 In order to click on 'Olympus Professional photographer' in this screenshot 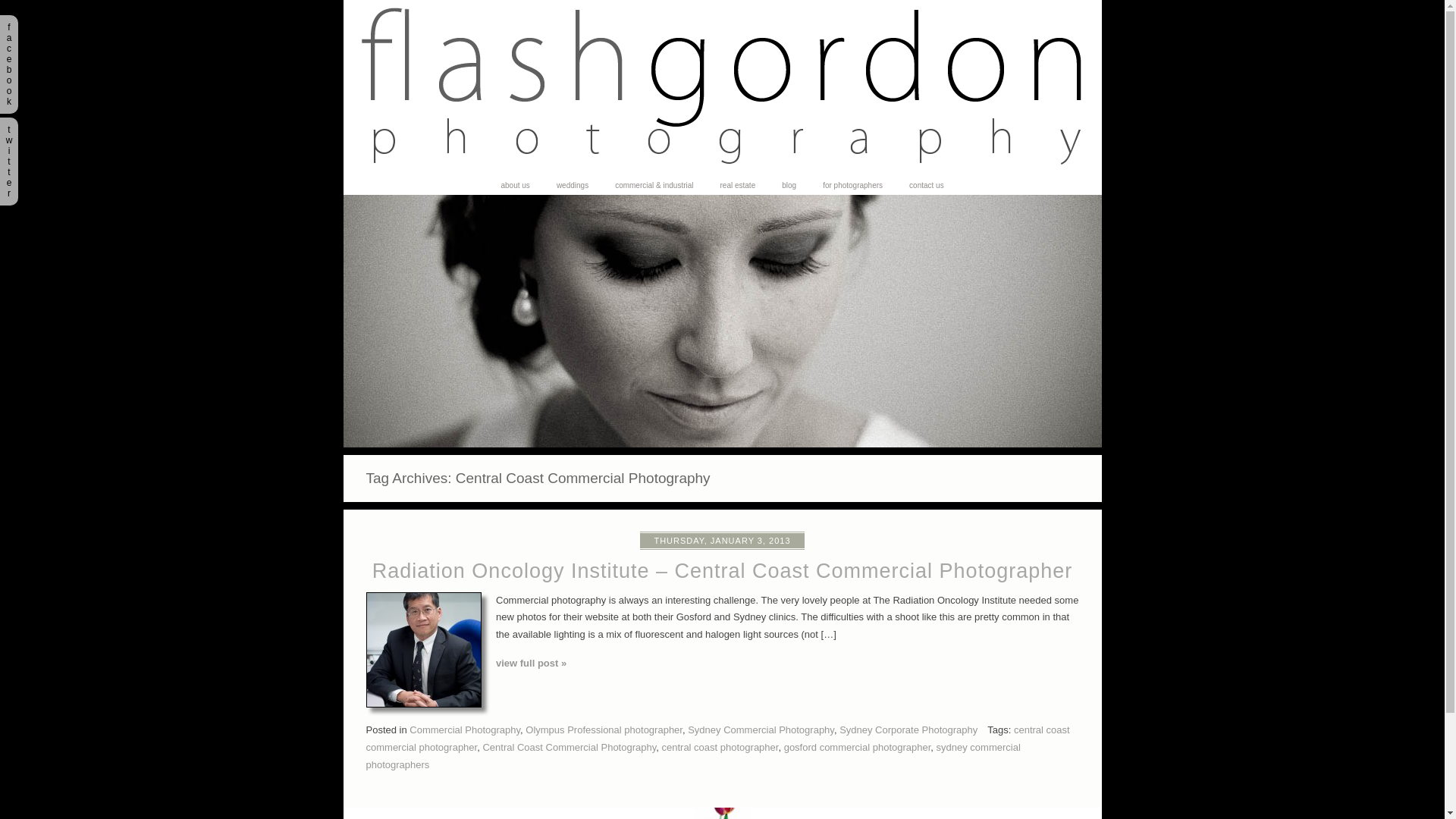, I will do `click(603, 729)`.